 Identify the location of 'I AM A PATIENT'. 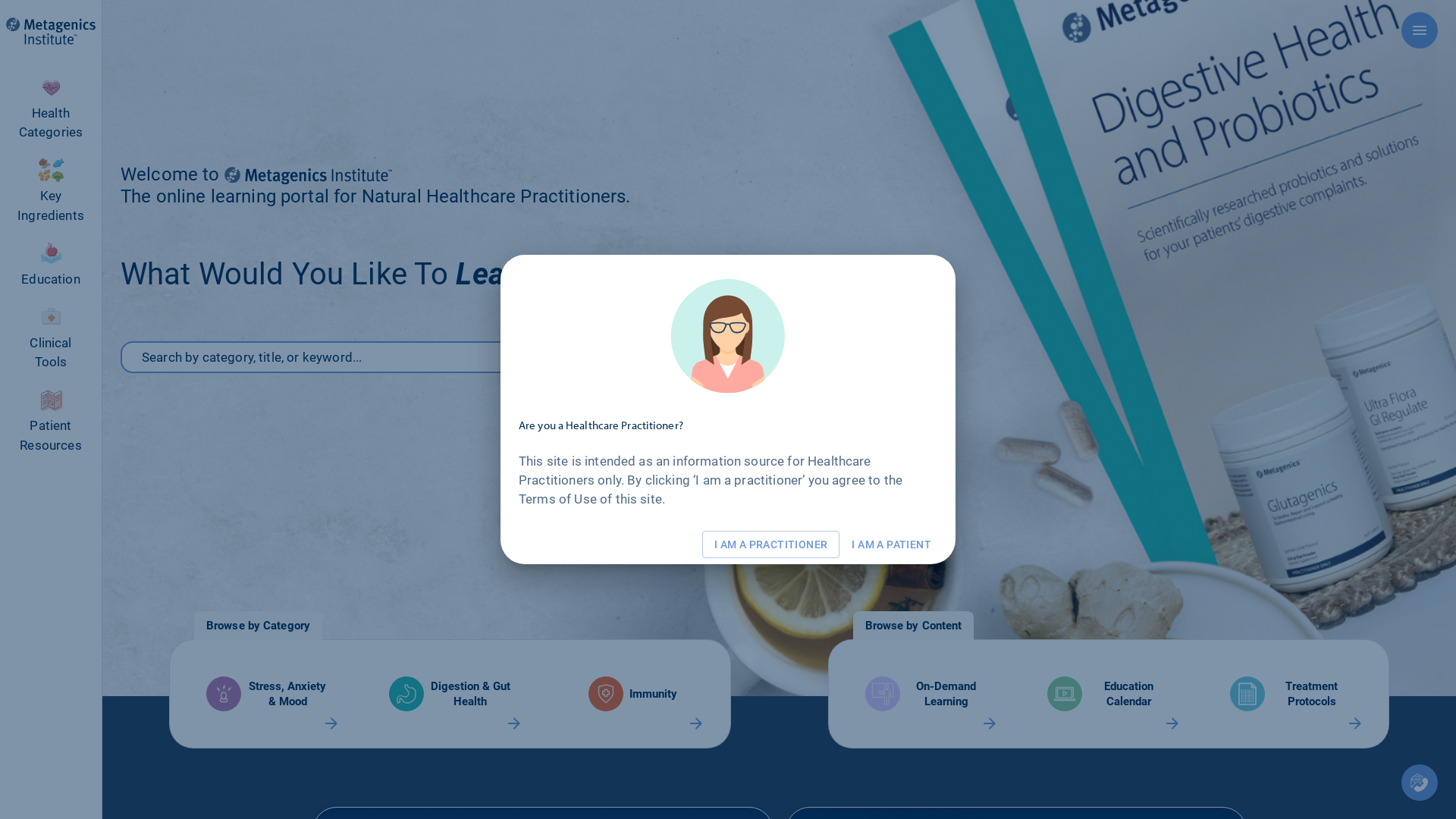
(891, 544).